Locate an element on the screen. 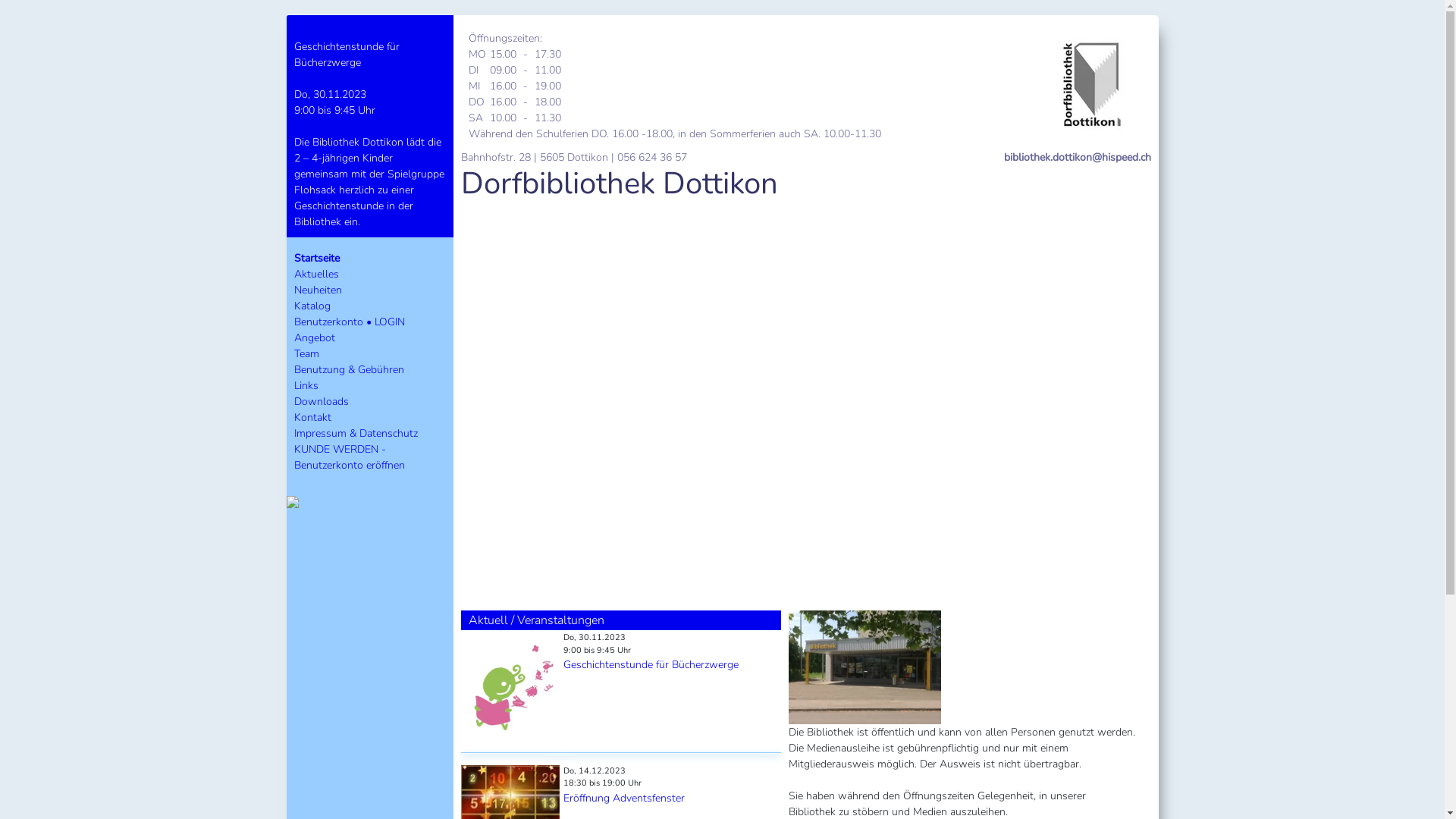 The image size is (1456, 819). 'Neuheiten' is located at coordinates (317, 290).